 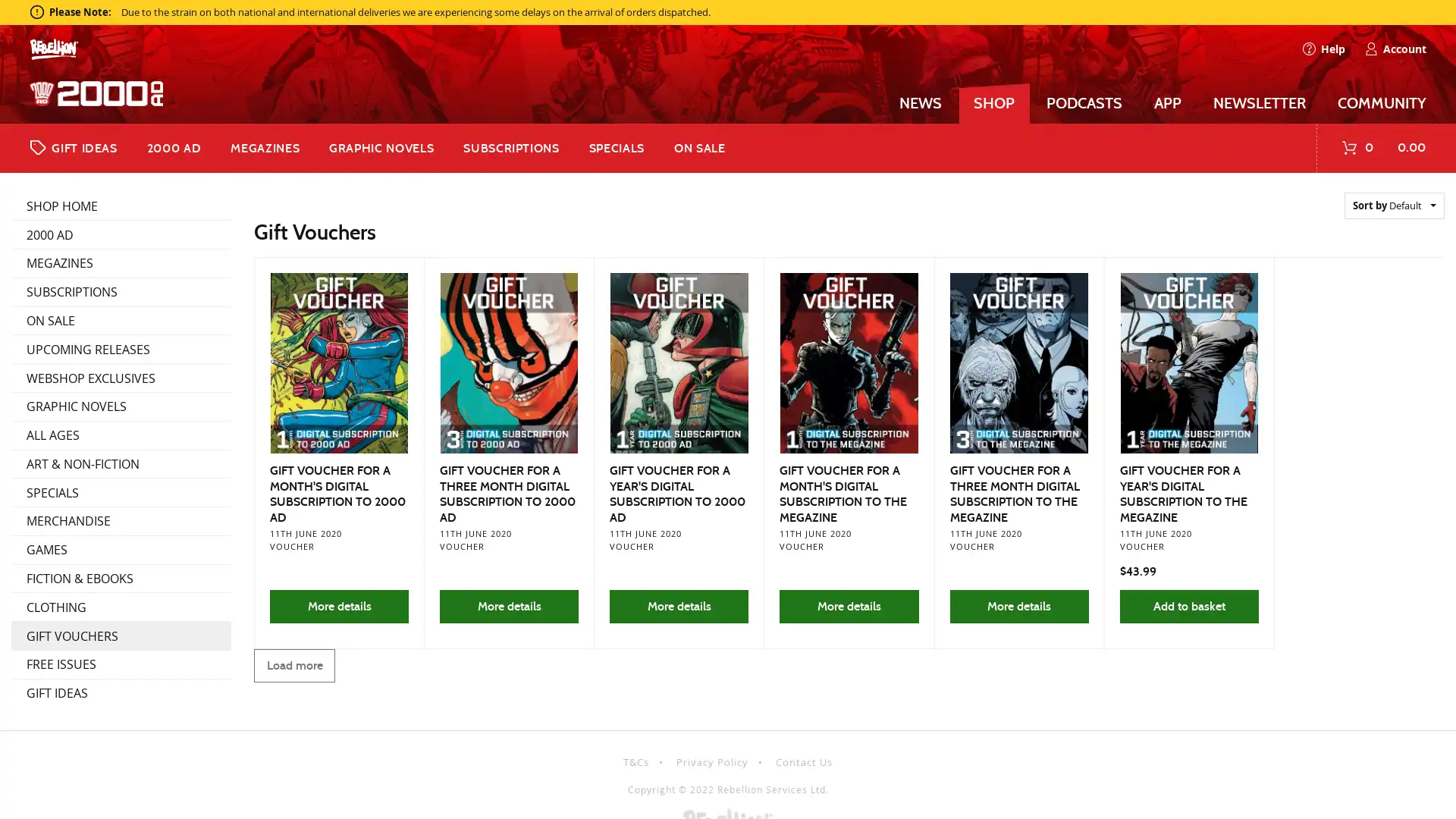 I want to click on More details, so click(x=337, y=605).